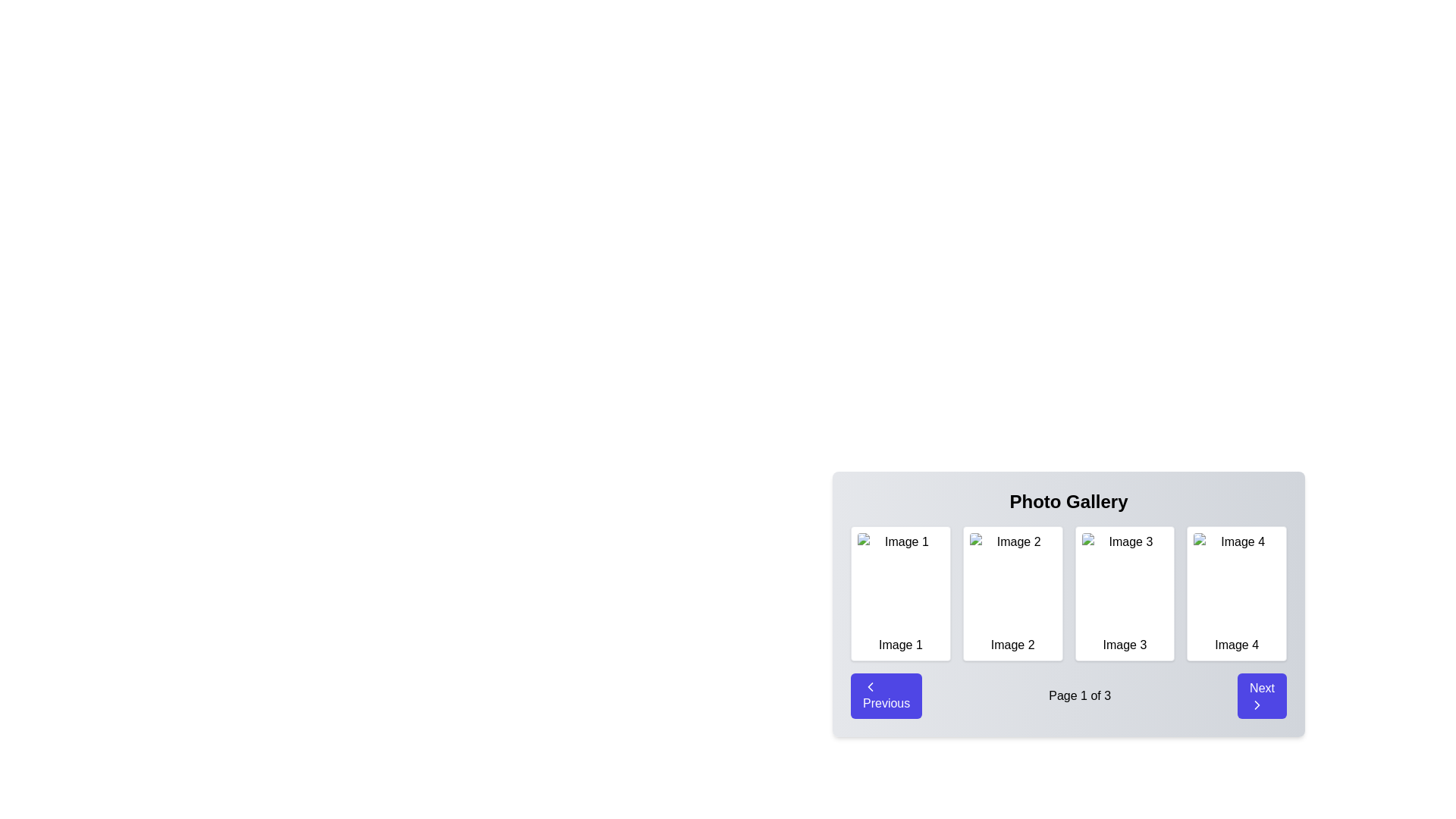 The width and height of the screenshot is (1456, 819). Describe the element at coordinates (1257, 704) in the screenshot. I see `the right-pointing arrow icon within the 'Next' button` at that location.